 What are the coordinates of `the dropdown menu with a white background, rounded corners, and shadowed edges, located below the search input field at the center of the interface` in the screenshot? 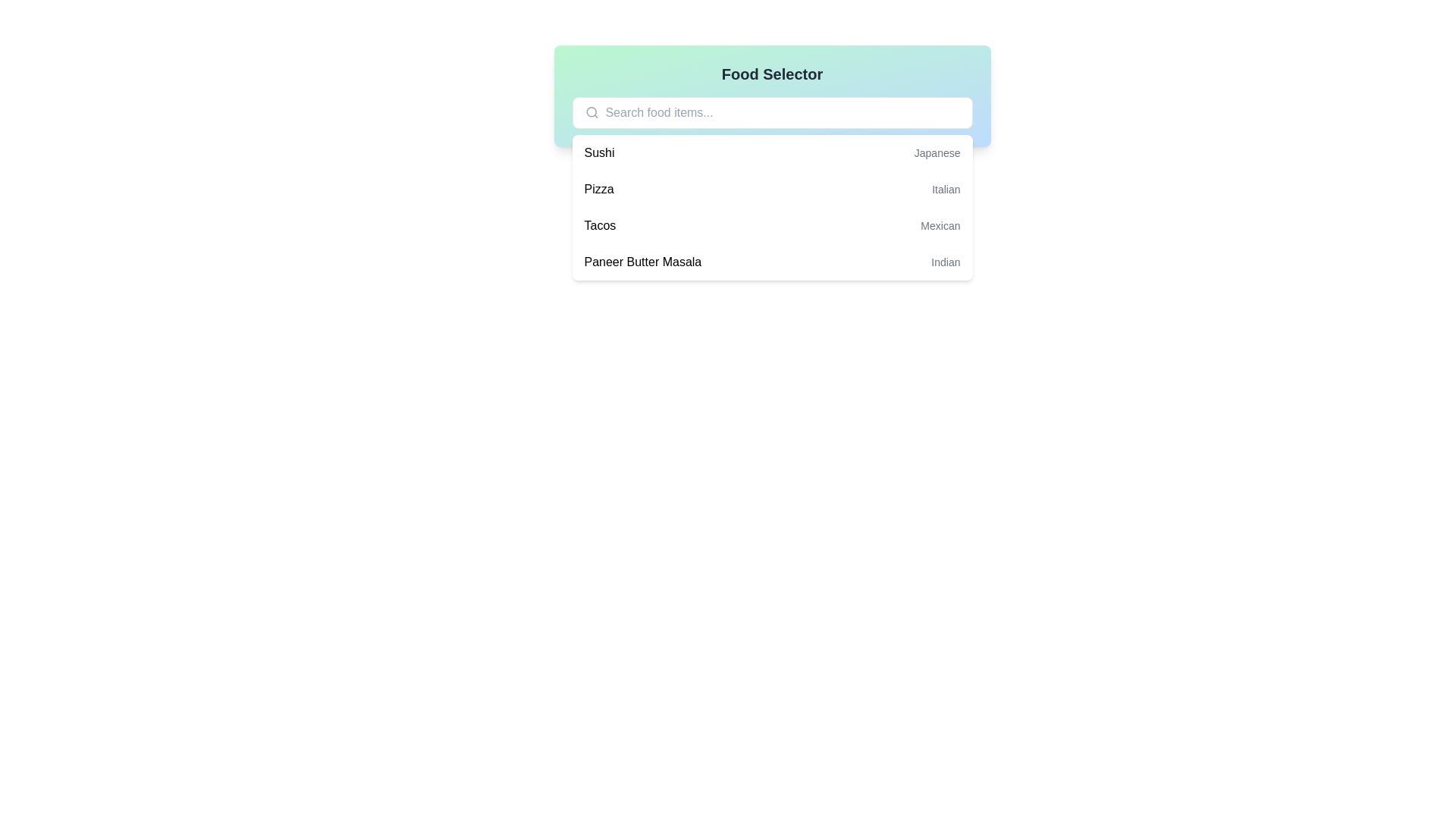 It's located at (772, 207).